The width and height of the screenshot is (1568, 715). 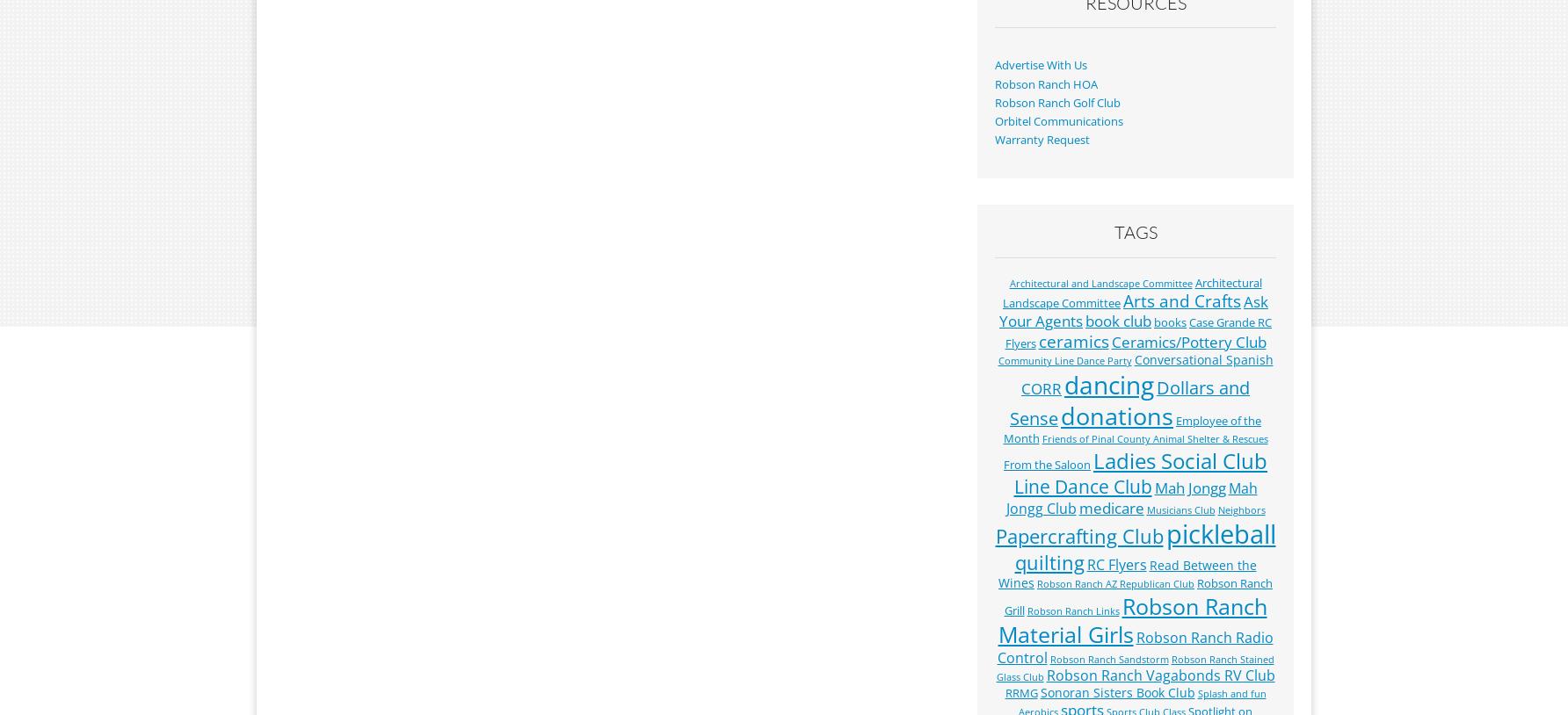 I want to click on 'From the Saloon', so click(x=1047, y=462).